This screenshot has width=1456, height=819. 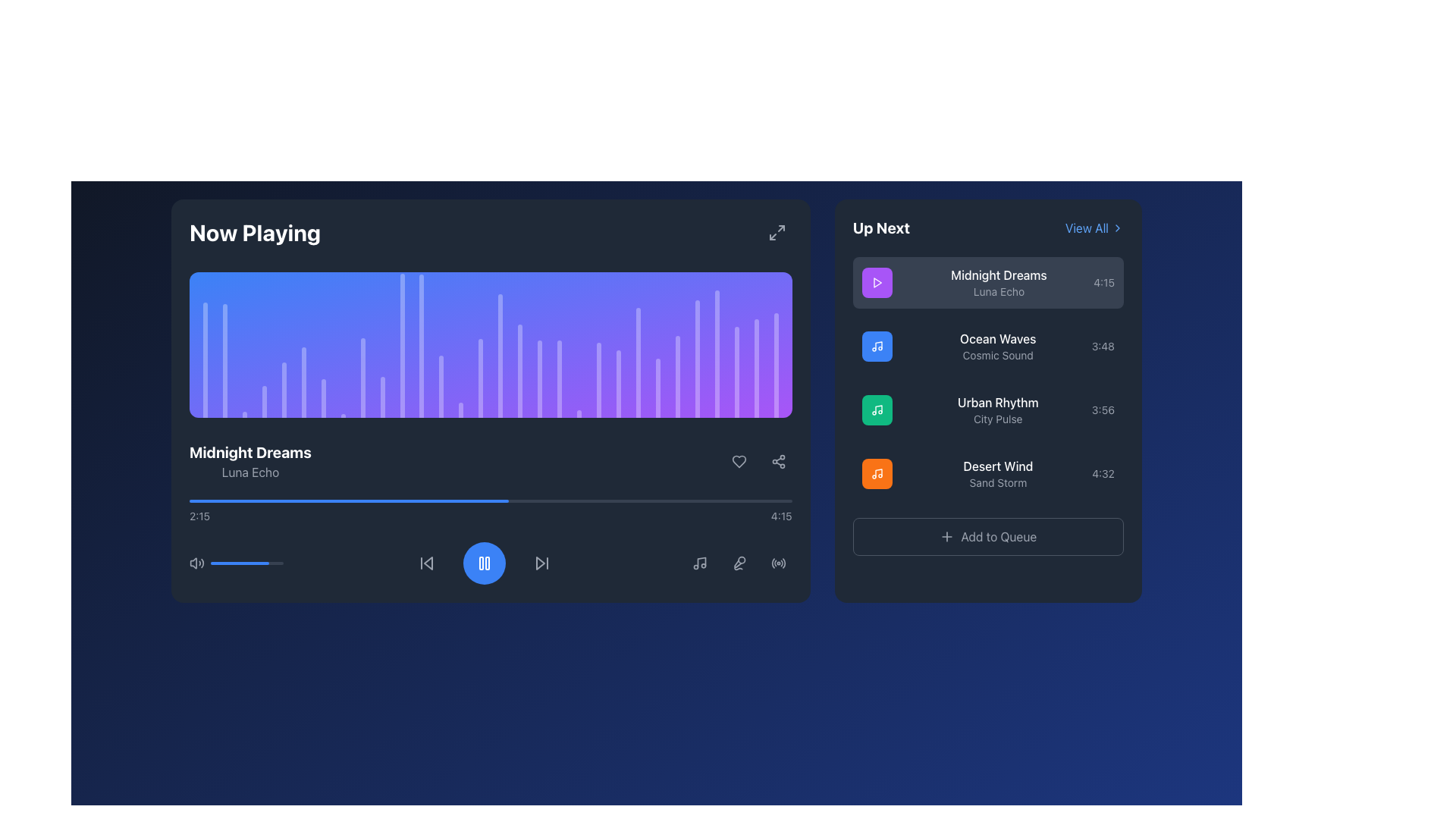 What do you see at coordinates (244, 563) in the screenshot?
I see `the volume` at bounding box center [244, 563].